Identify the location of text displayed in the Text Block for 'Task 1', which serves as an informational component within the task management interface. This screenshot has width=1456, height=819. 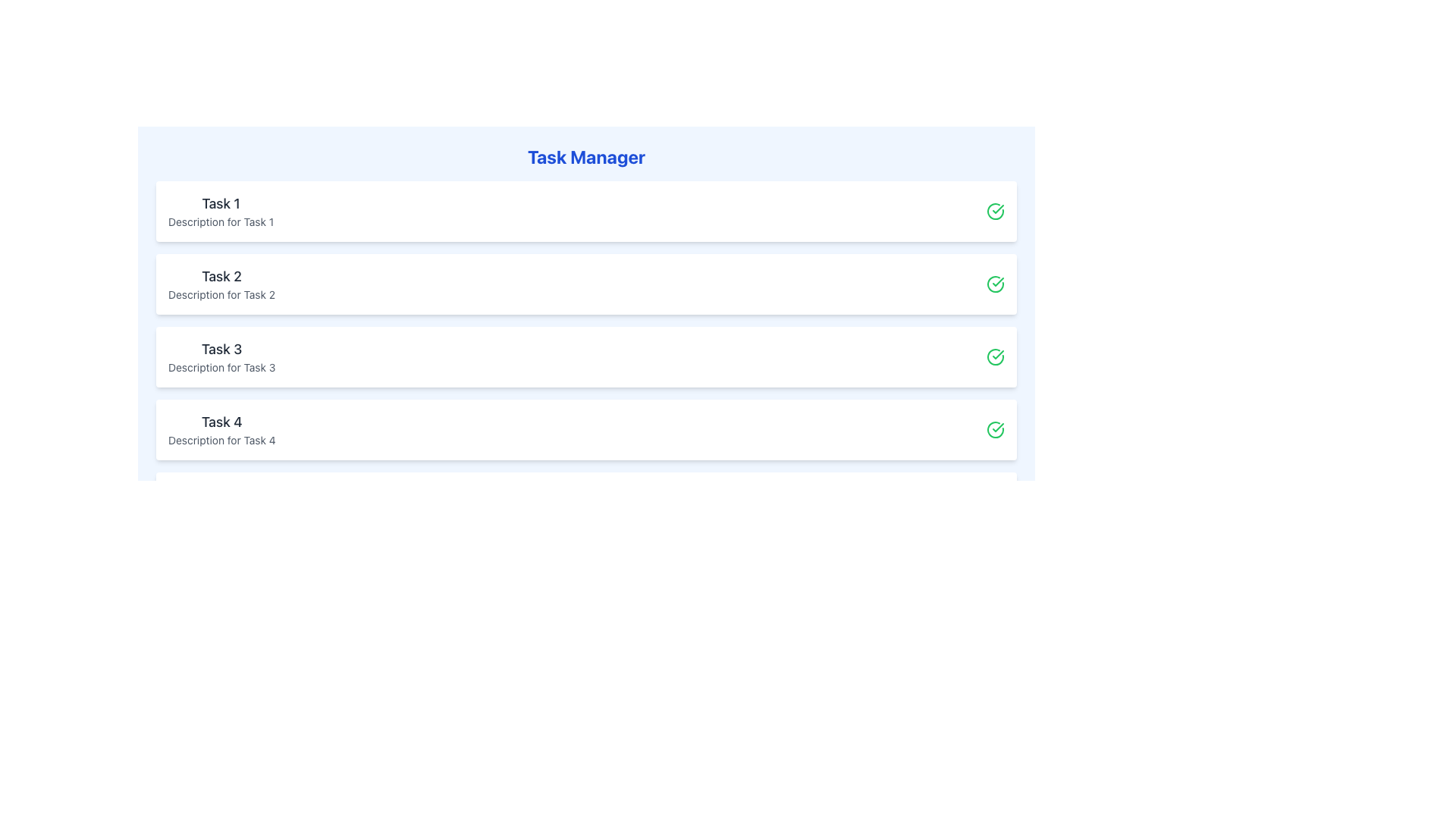
(220, 211).